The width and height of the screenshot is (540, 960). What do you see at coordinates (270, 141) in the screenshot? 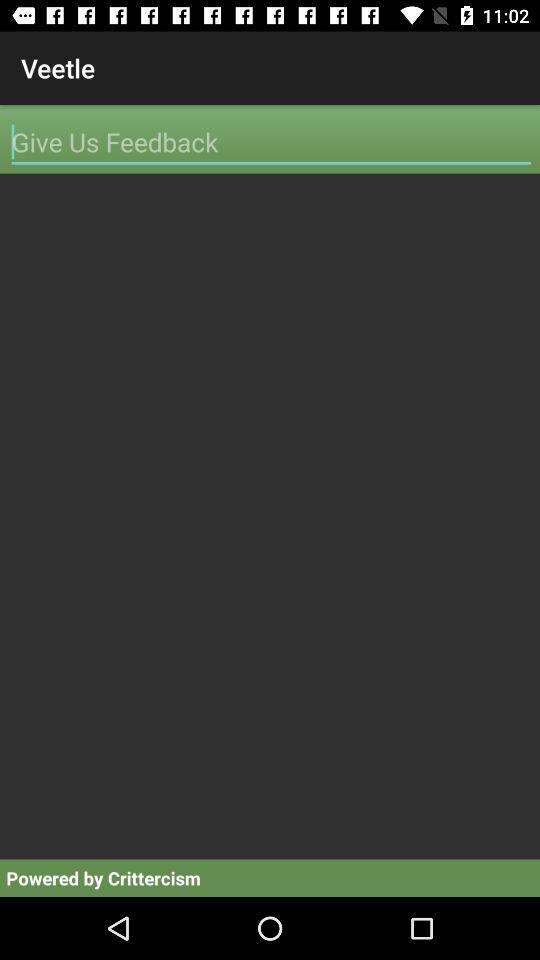
I see `write feedback` at bounding box center [270, 141].